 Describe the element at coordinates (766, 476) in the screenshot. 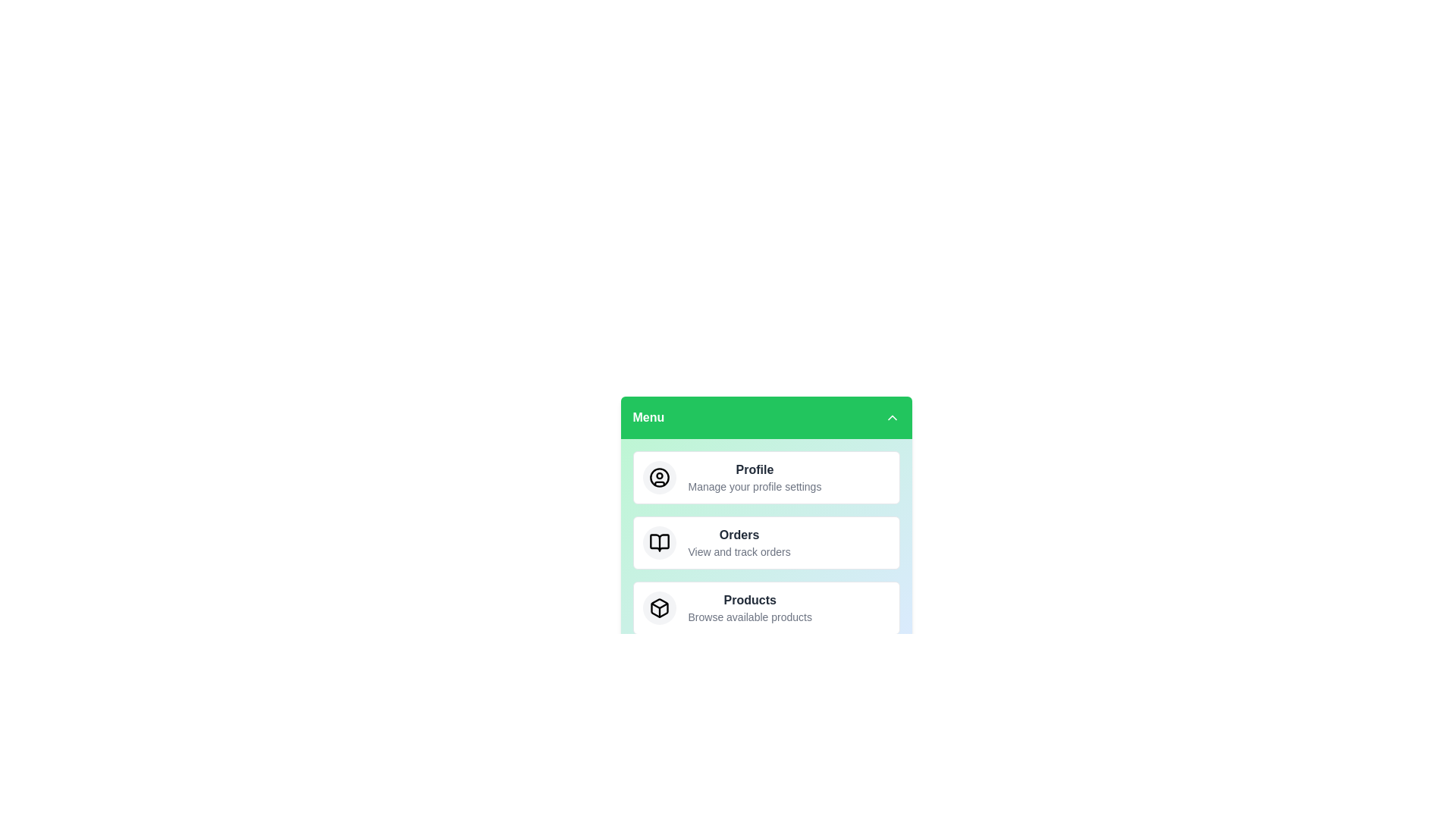

I see `the menu item labeled Profile` at that location.